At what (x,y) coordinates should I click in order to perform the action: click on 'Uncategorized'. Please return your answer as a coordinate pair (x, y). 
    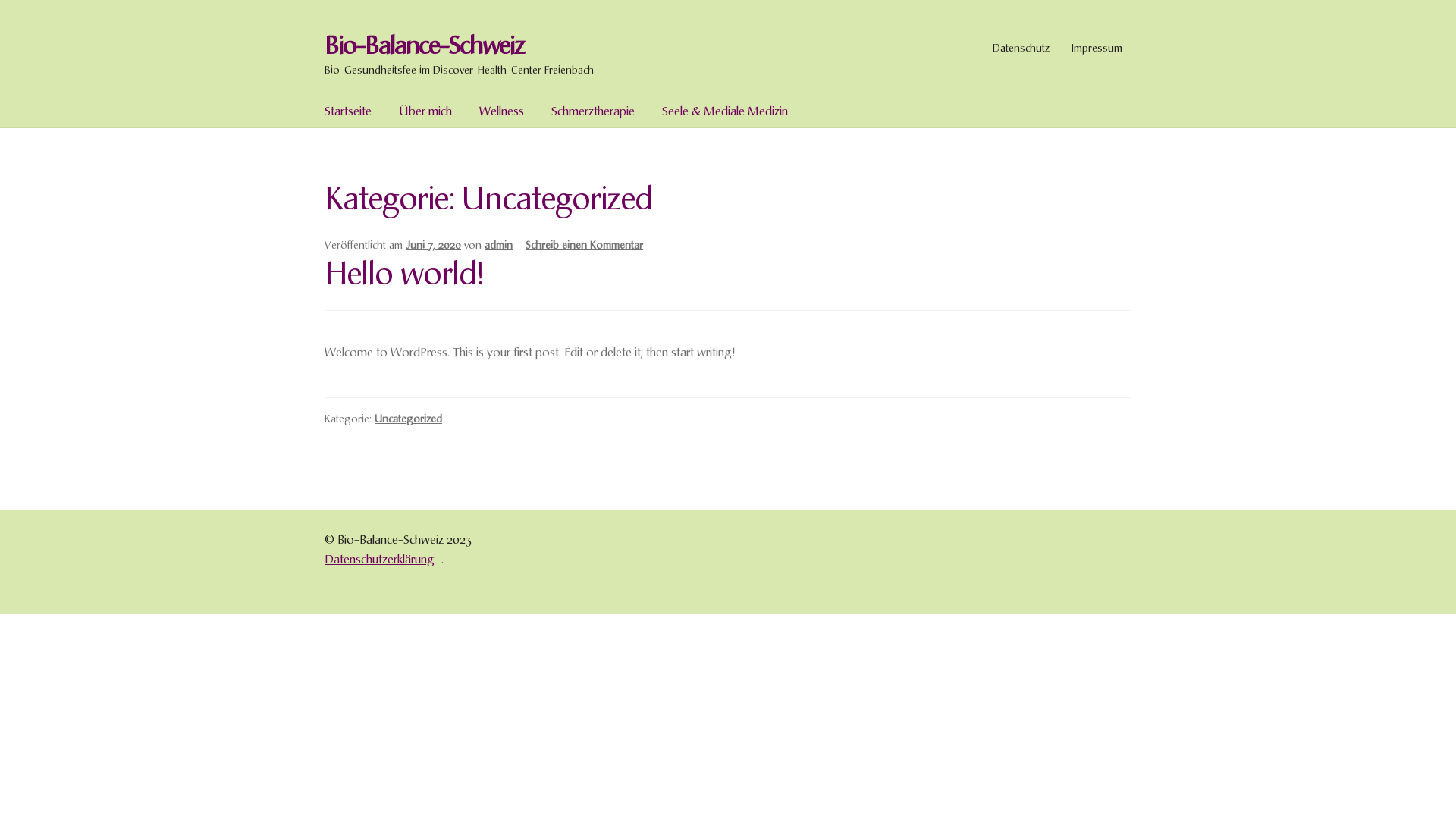
    Looking at the image, I should click on (408, 418).